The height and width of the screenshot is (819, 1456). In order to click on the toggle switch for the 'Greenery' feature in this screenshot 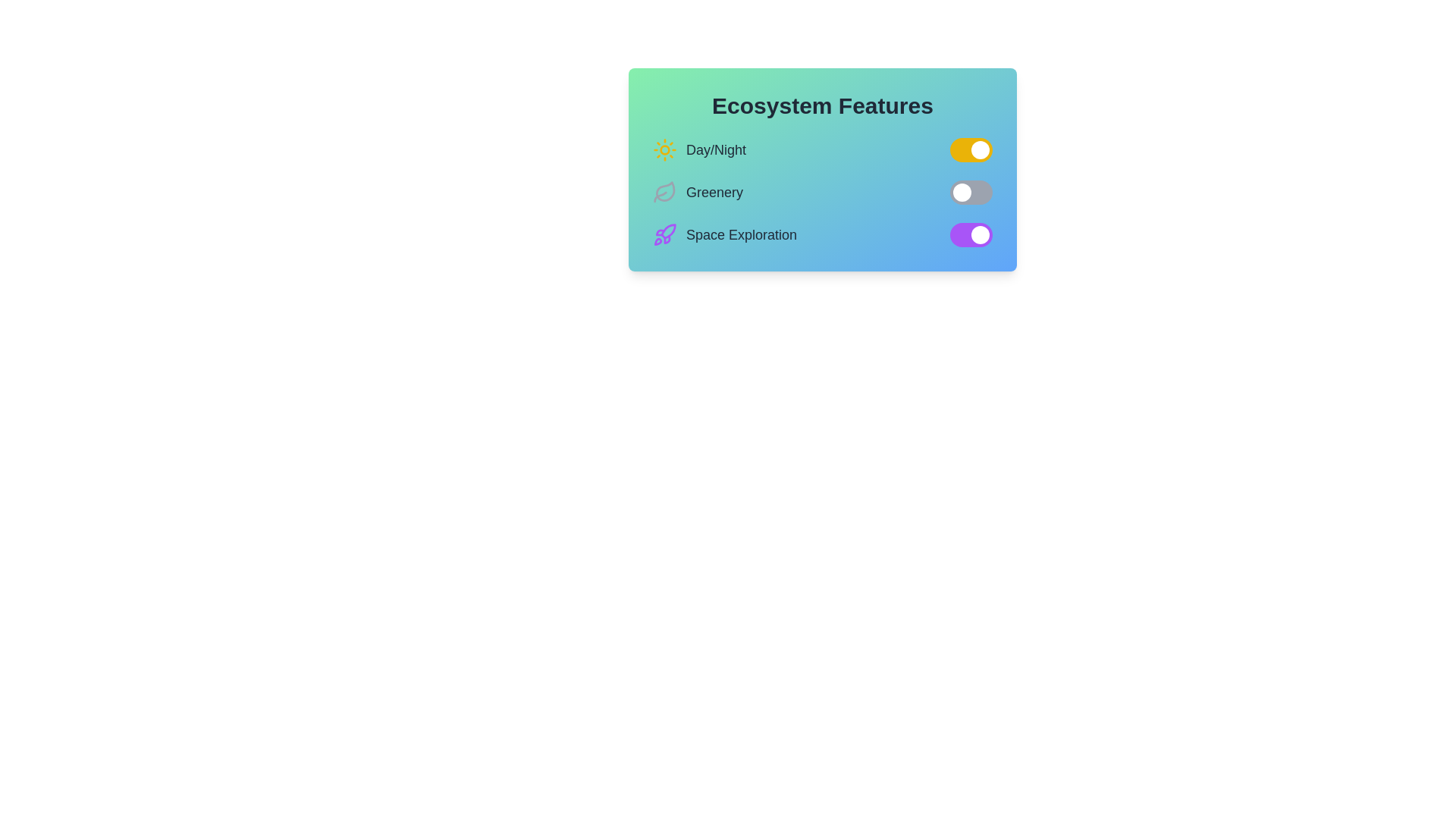, I will do `click(971, 192)`.